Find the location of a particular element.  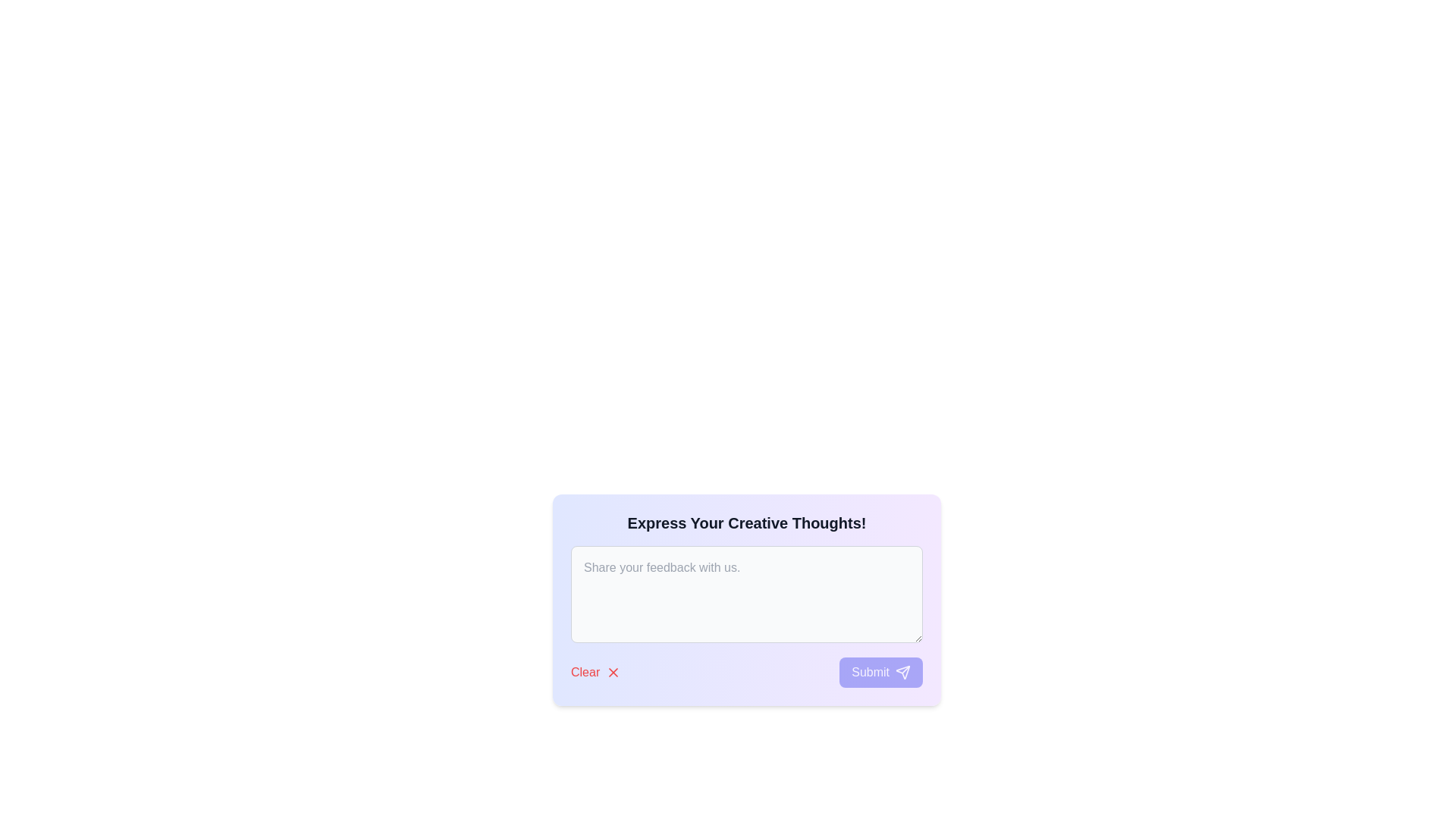

the static text heading that serves as a title or prompt for user feedback, positioned above the text input field and action buttons labeled 'Clear' and 'Submit' is located at coordinates (746, 522).